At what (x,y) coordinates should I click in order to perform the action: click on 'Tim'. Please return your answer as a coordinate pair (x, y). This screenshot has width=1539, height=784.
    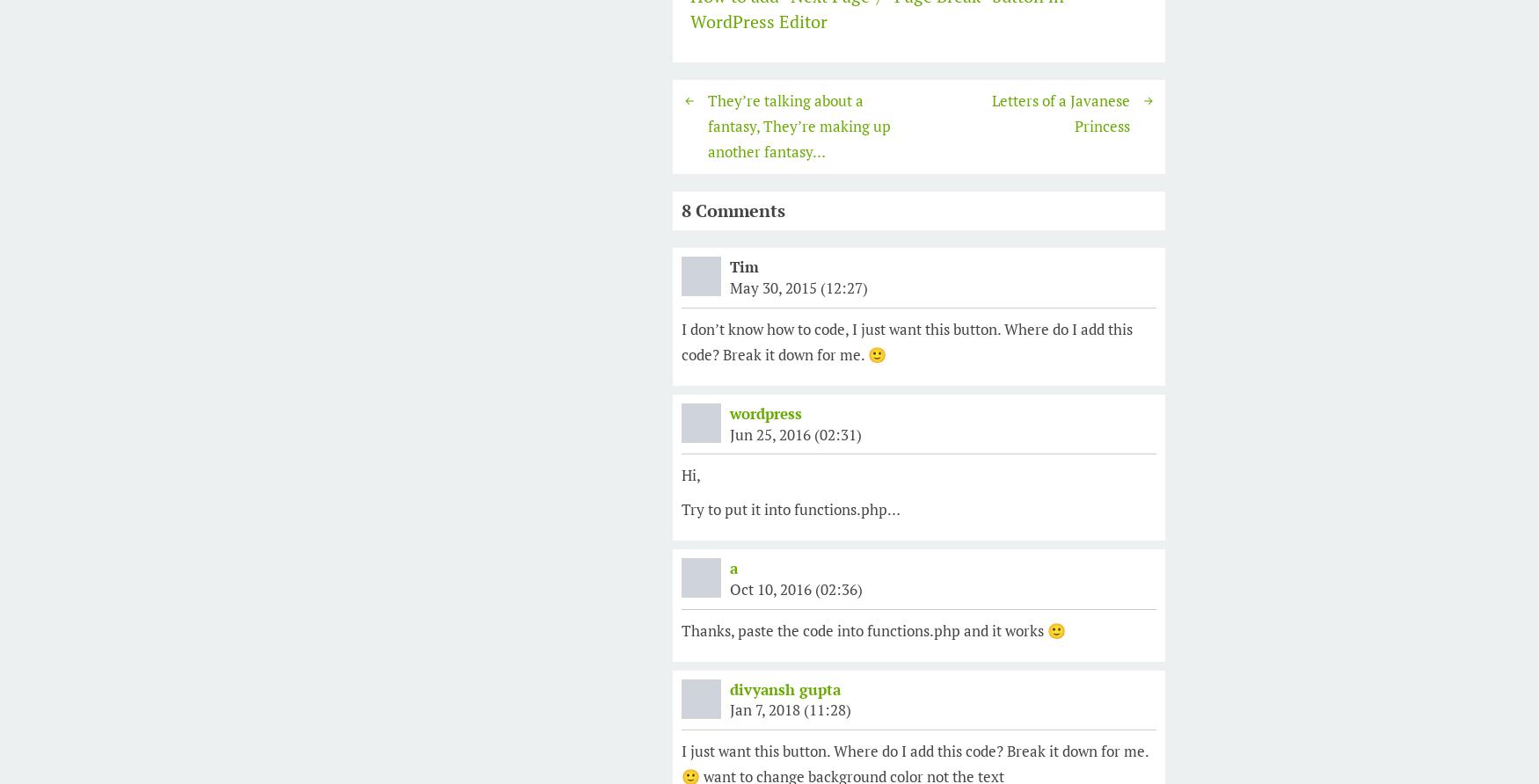
    Looking at the image, I should click on (744, 266).